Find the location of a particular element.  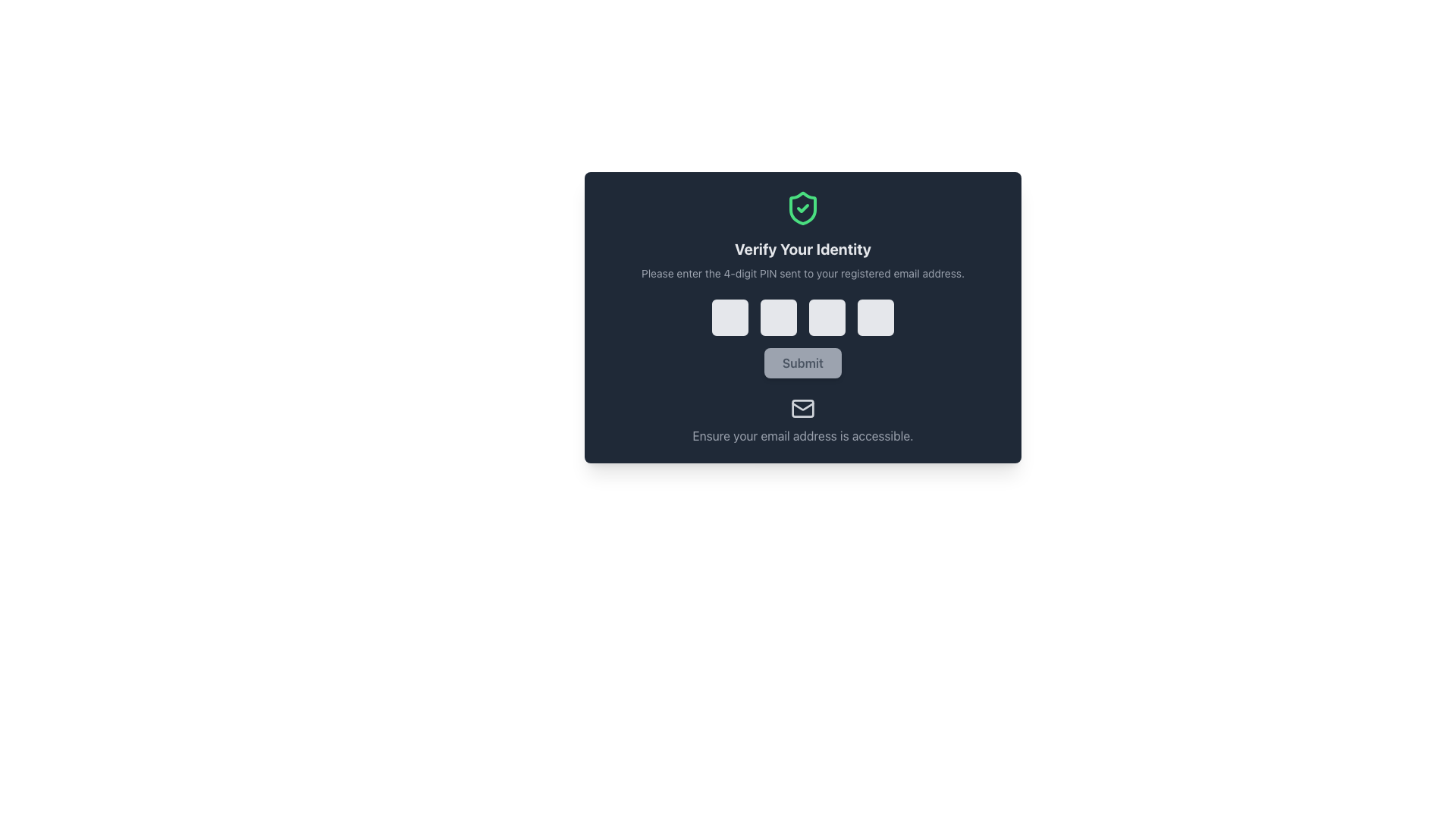

the non-interactive informational message block reminding users to ensure their email account is accessible, located at the bottom of the 'Verify Your Identity' card is located at coordinates (802, 421).